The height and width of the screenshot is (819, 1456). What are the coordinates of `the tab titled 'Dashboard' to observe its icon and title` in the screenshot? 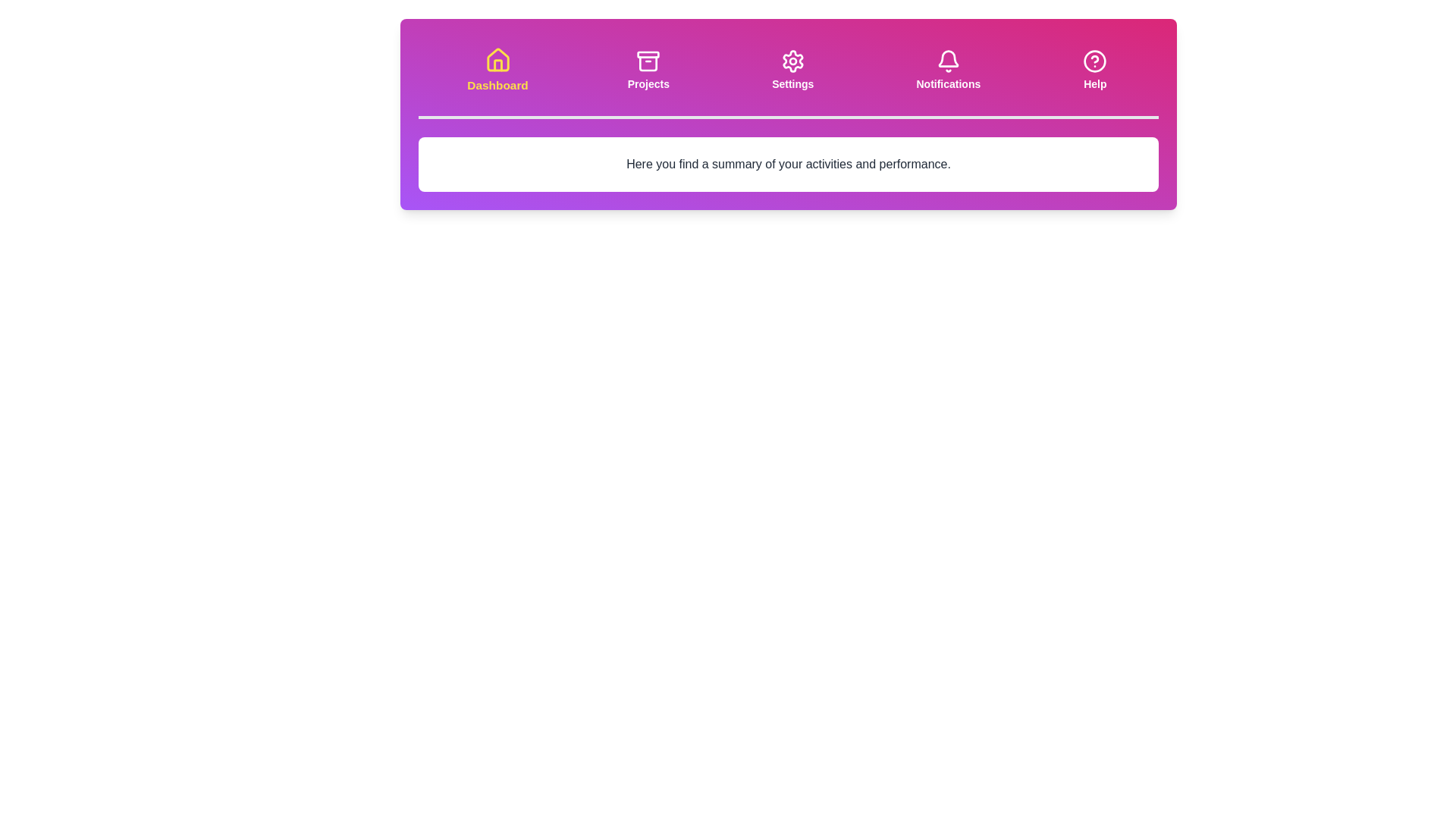 It's located at (497, 70).